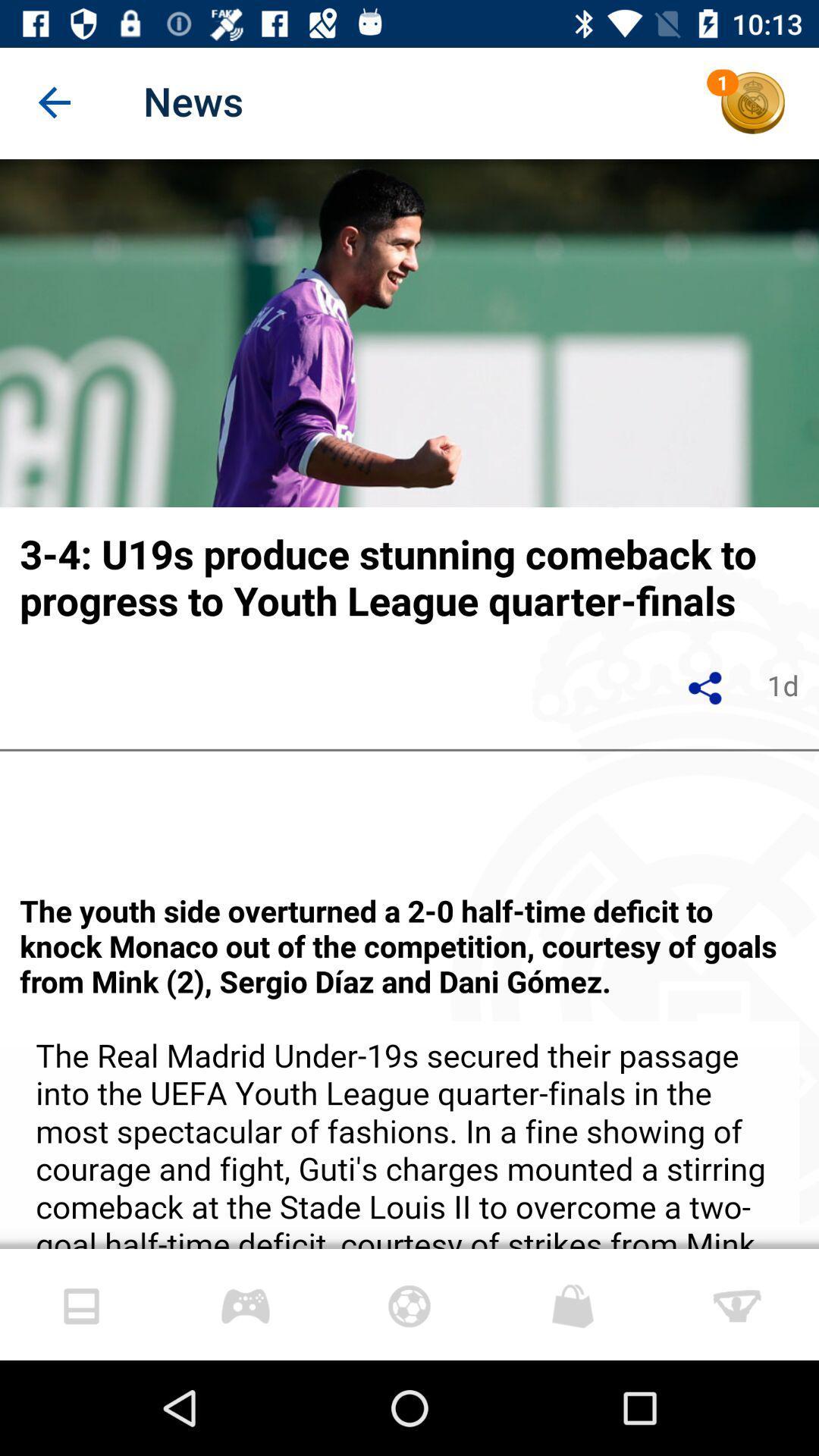  What do you see at coordinates (573, 1305) in the screenshot?
I see `the shopping icon which is in the bottom of the page` at bounding box center [573, 1305].